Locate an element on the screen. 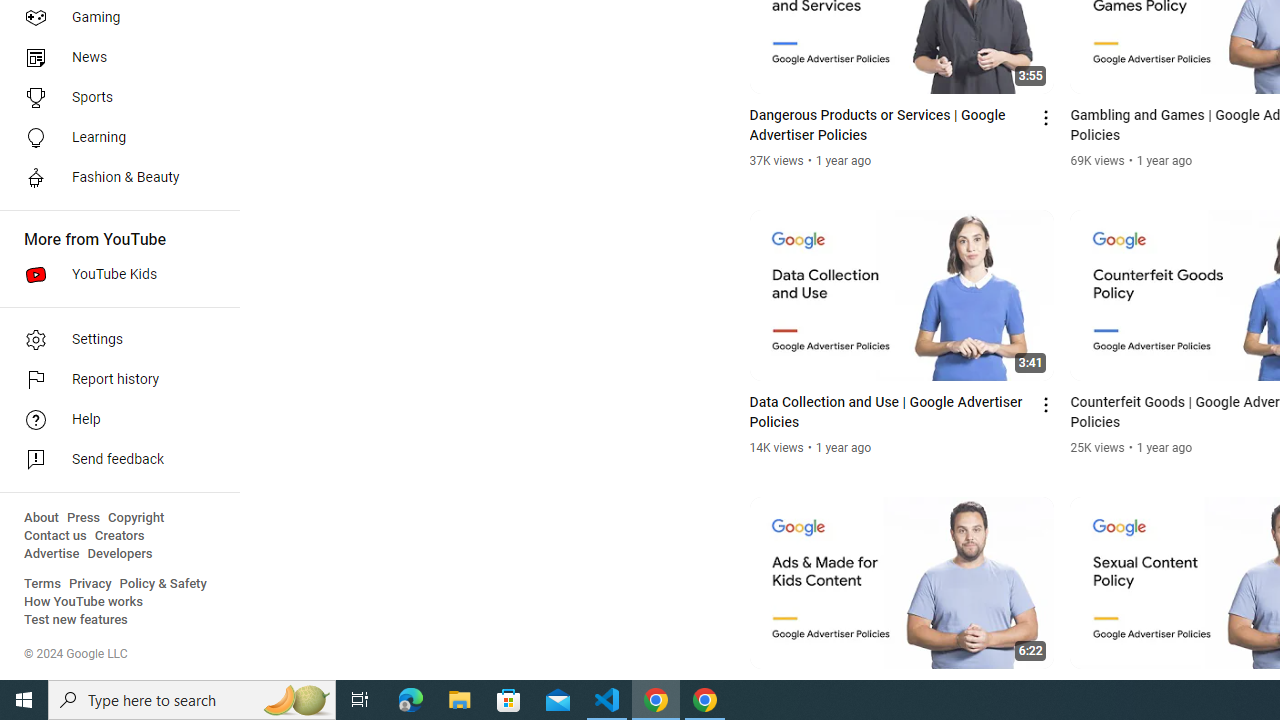 This screenshot has height=720, width=1280. 'Contact us' is located at coordinates (55, 535).